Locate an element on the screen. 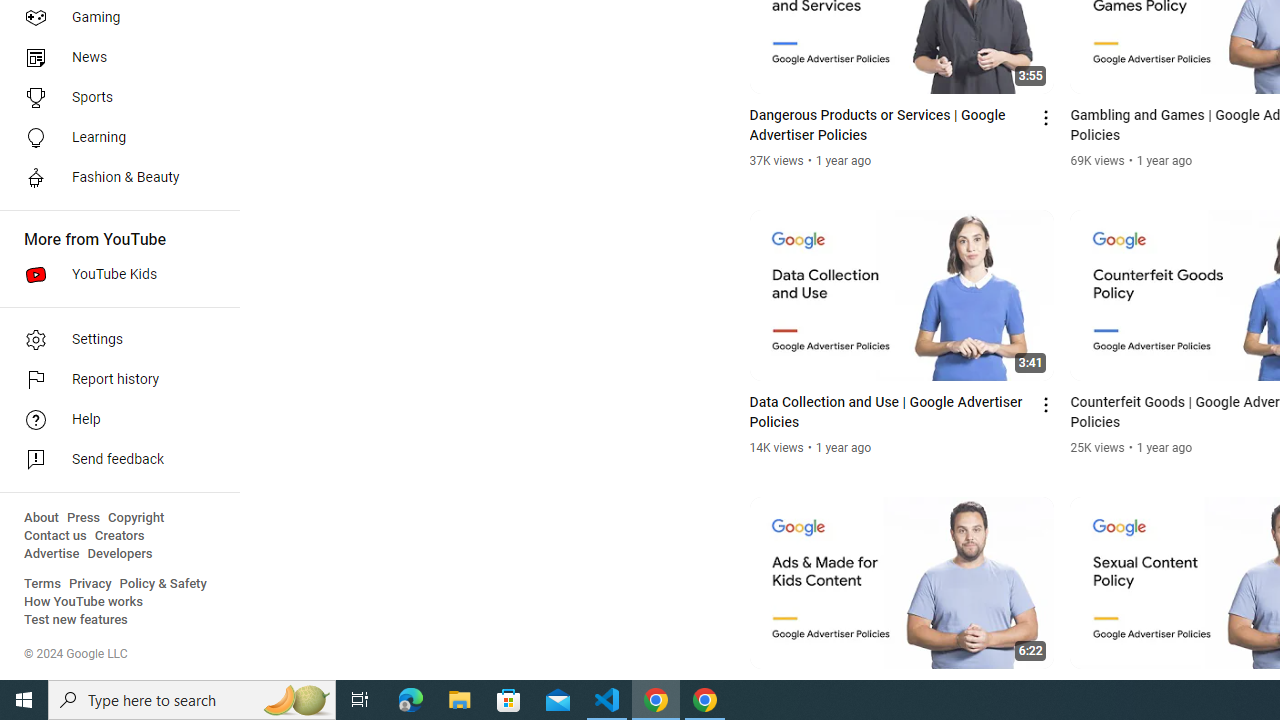 This screenshot has height=720, width=1280. 'Contact us' is located at coordinates (55, 535).